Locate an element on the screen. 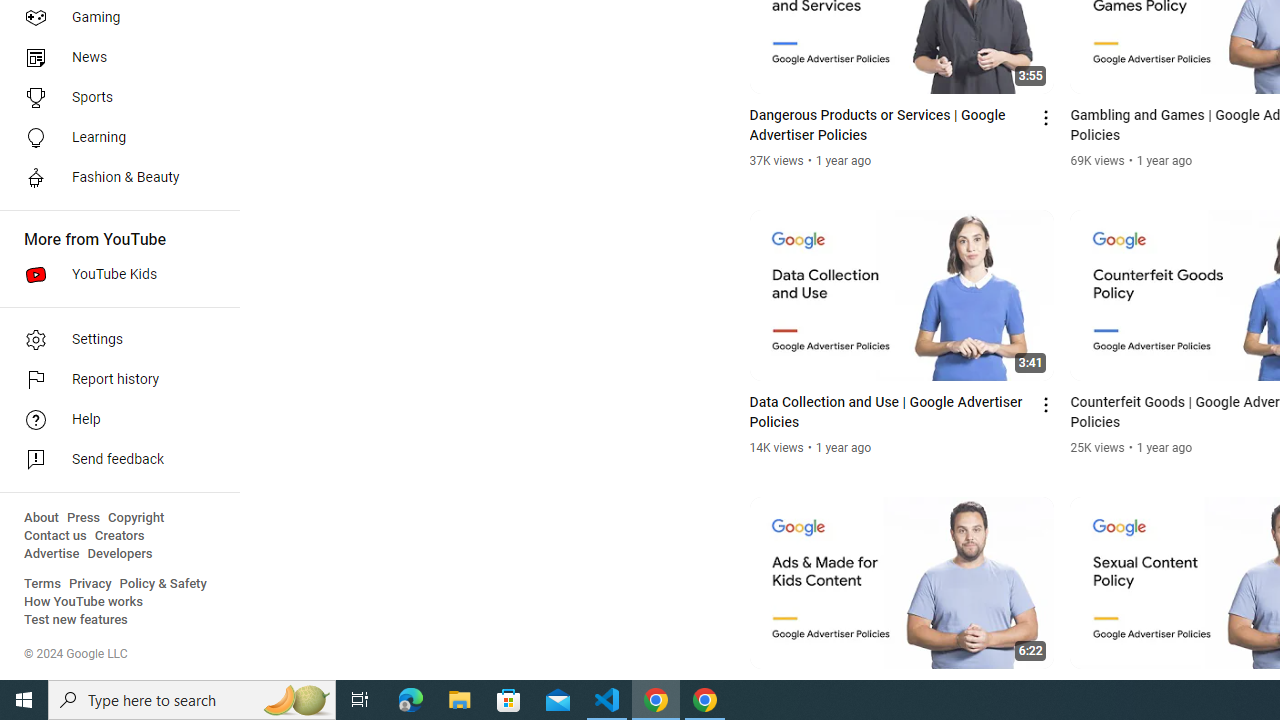 This screenshot has height=720, width=1280. 'Contact us' is located at coordinates (55, 535).